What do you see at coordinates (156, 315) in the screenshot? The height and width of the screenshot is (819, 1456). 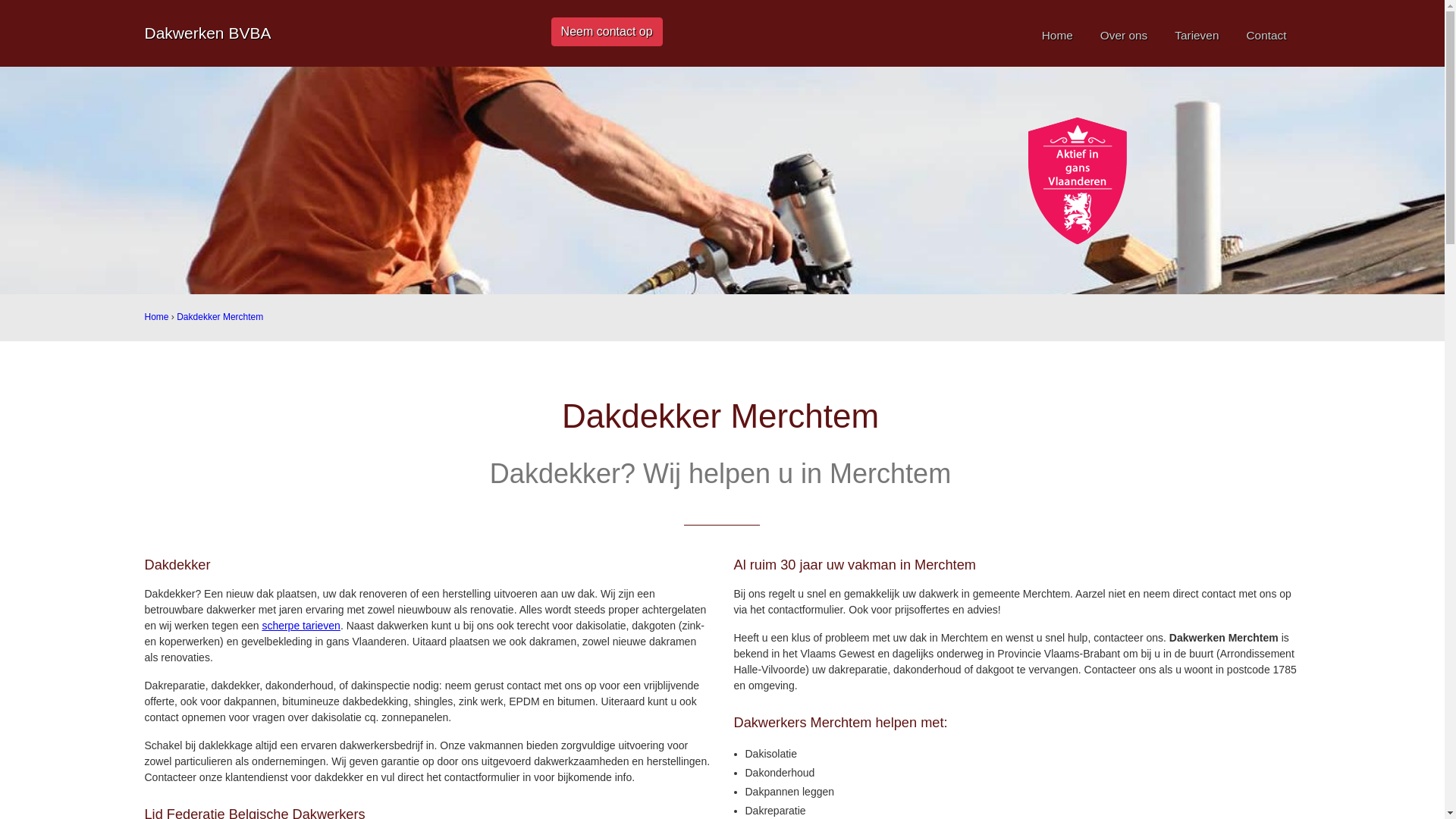 I see `'Home'` at bounding box center [156, 315].